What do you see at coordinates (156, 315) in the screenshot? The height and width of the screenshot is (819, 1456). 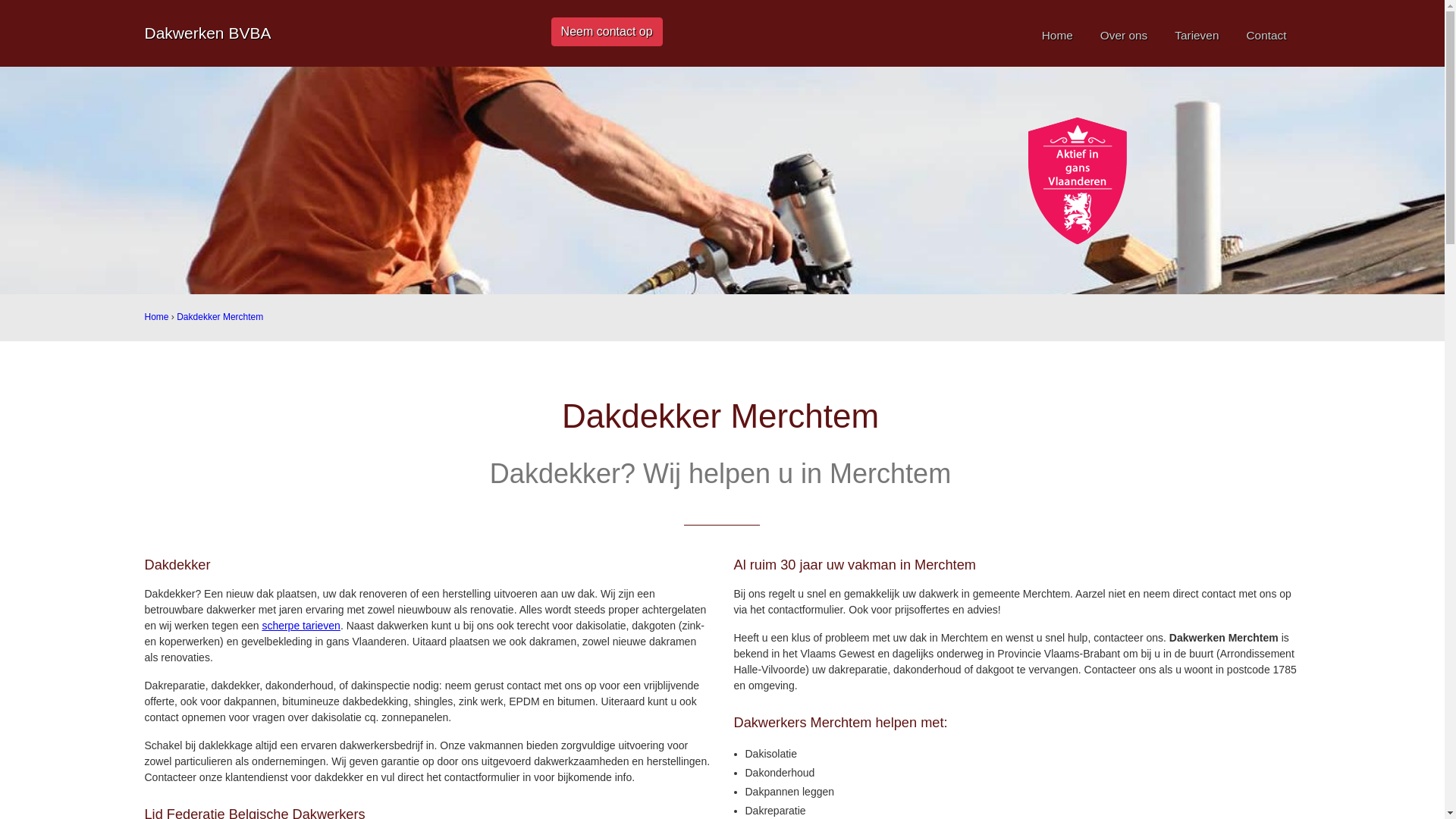 I see `'Home'` at bounding box center [156, 315].